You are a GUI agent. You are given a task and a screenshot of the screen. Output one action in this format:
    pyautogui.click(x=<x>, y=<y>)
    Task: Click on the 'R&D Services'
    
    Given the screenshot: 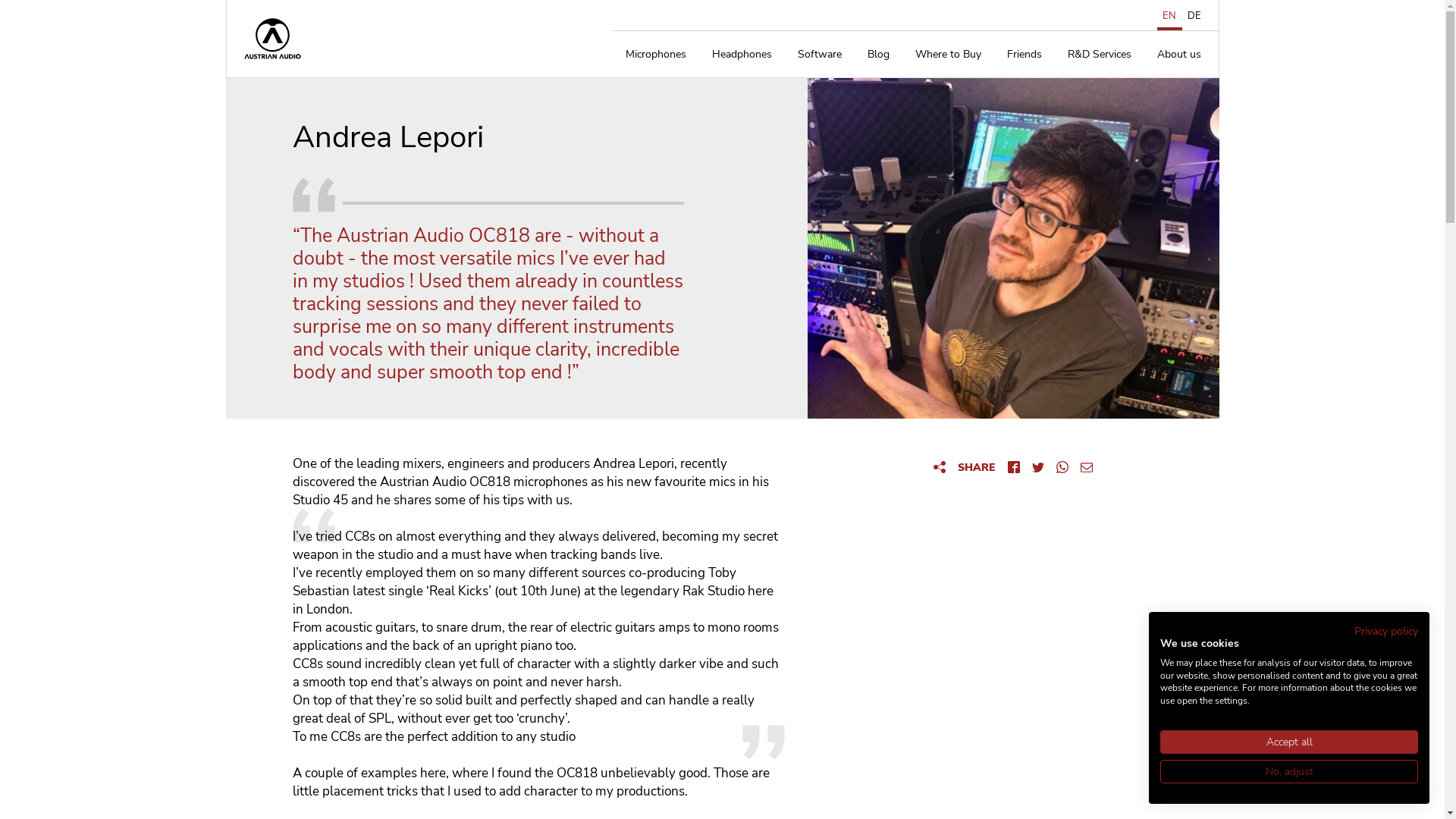 What is the action you would take?
    pyautogui.click(x=1053, y=54)
    